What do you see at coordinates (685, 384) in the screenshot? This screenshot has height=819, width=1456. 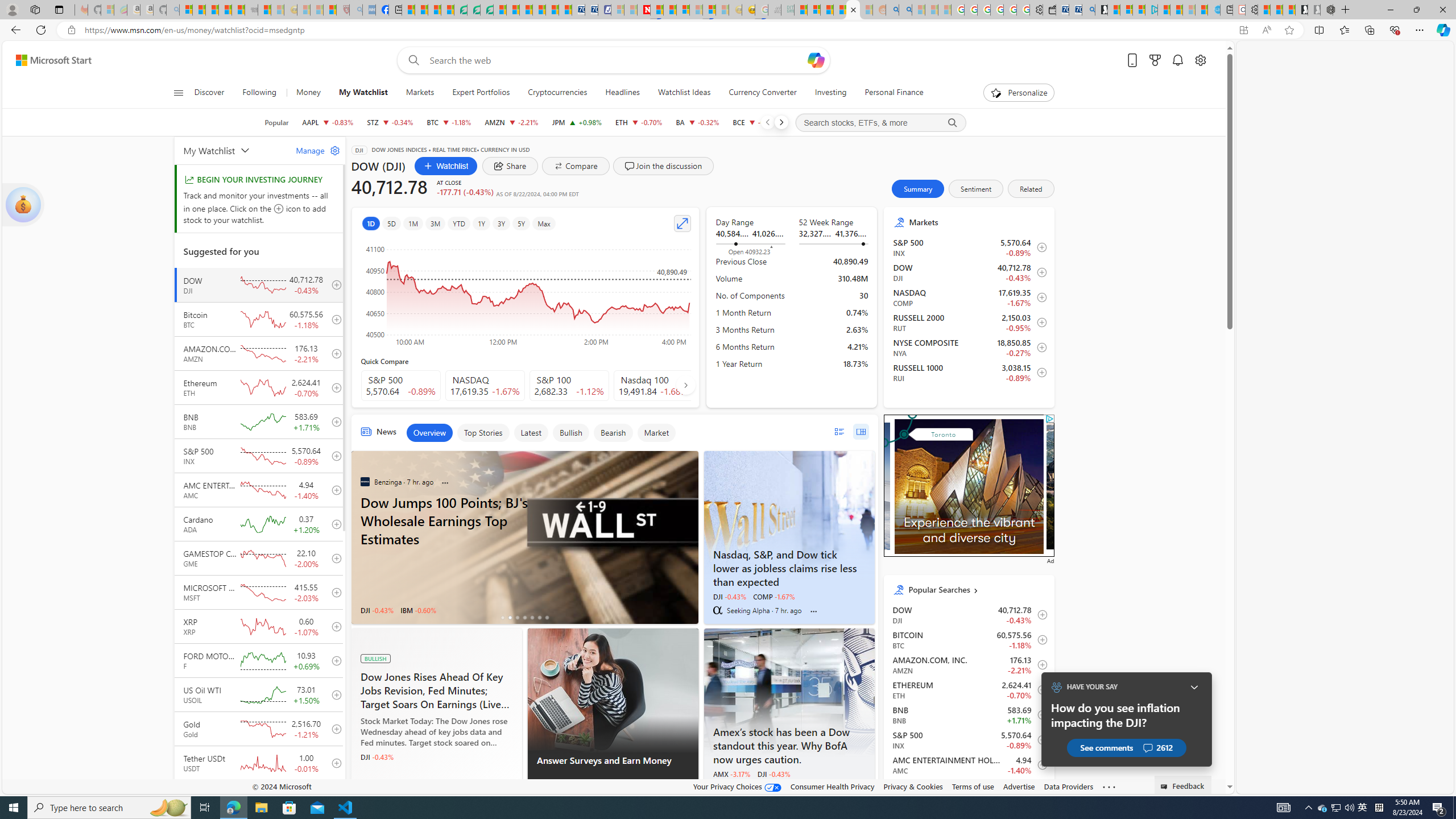 I see `'AutomationID: finance_carousel_navi_right'` at bounding box center [685, 384].